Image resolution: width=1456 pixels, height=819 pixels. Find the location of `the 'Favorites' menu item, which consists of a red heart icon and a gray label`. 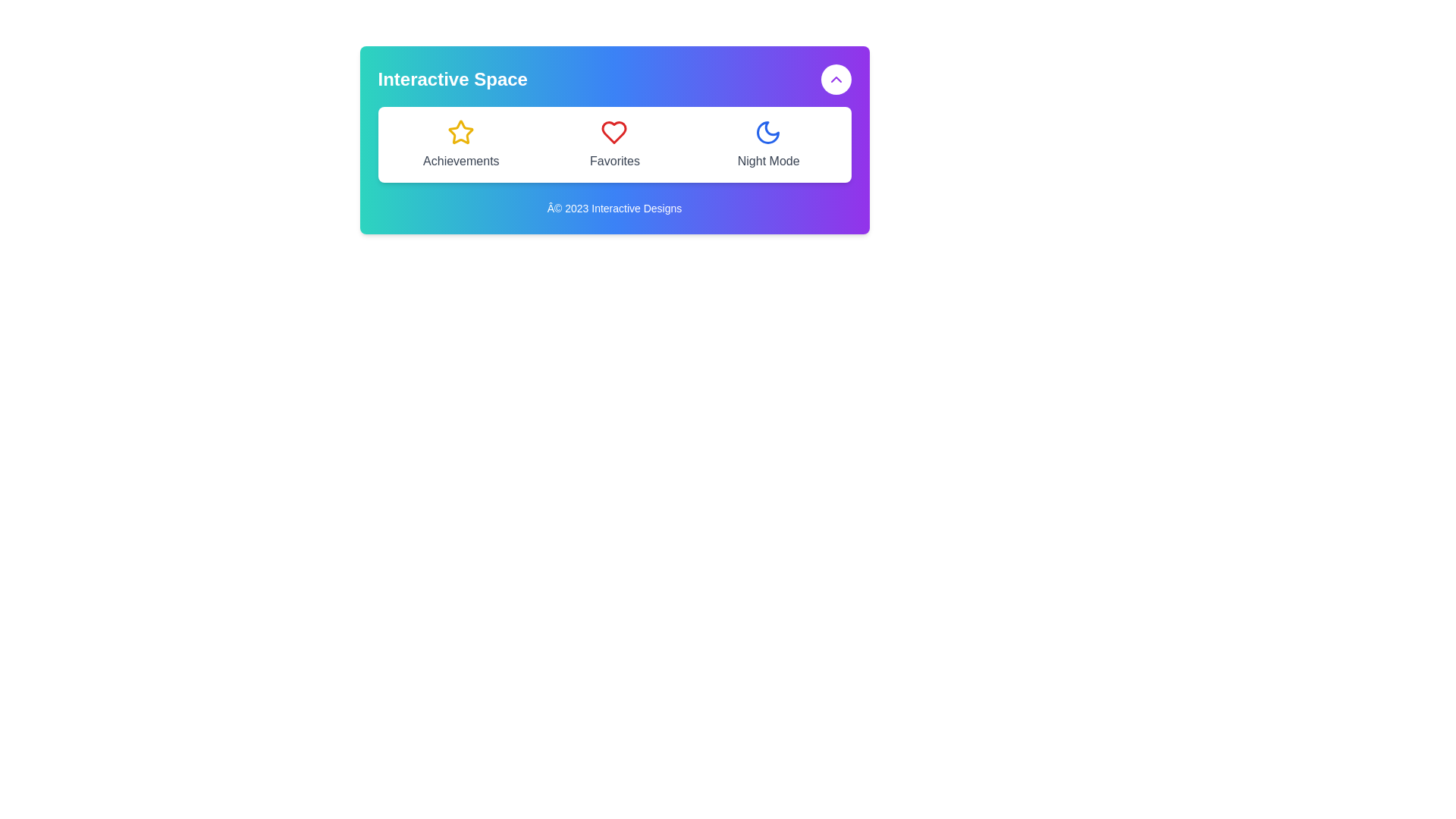

the 'Favorites' menu item, which consists of a red heart icon and a gray label is located at coordinates (614, 145).